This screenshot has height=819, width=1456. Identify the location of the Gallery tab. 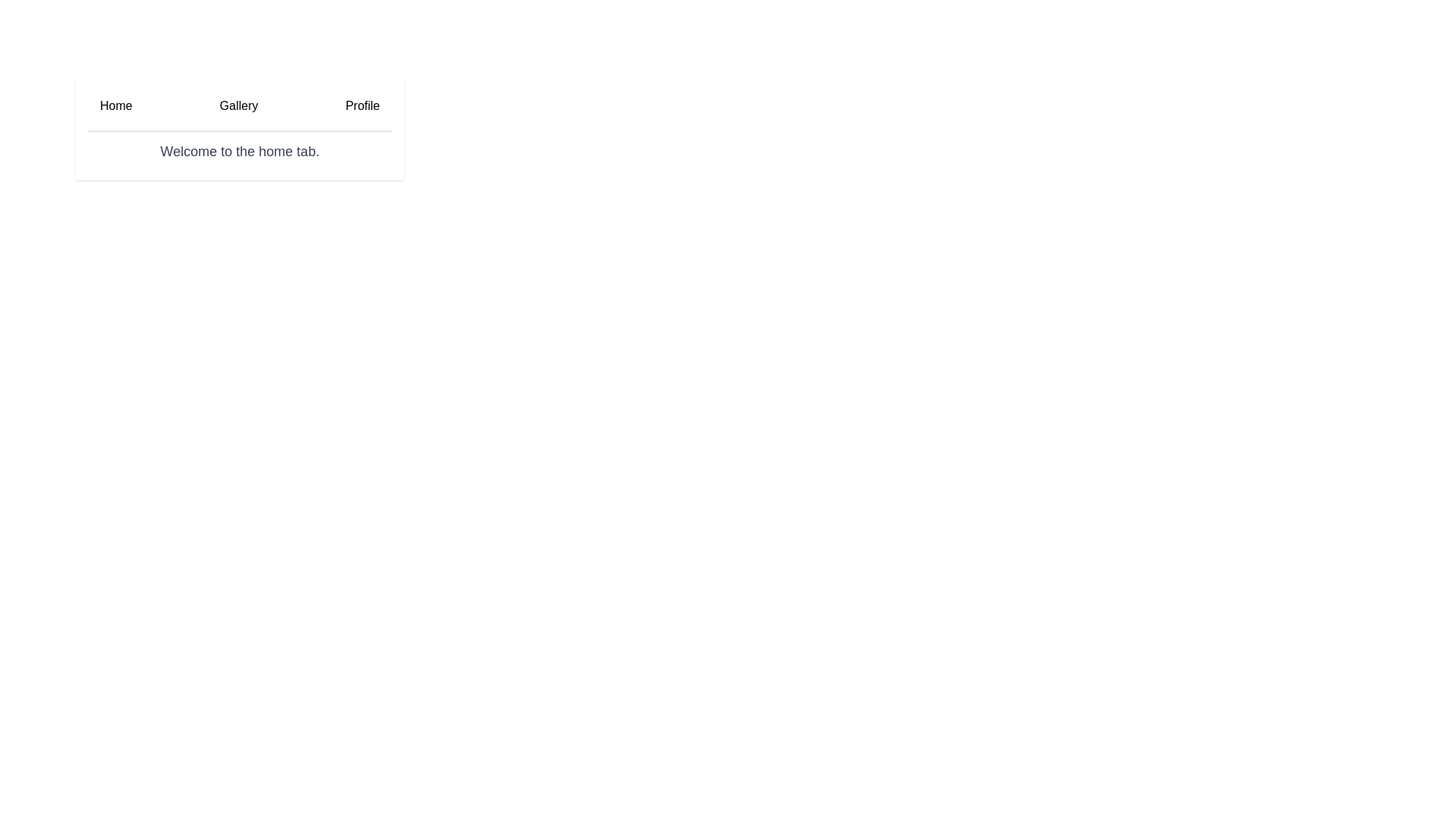
(238, 110).